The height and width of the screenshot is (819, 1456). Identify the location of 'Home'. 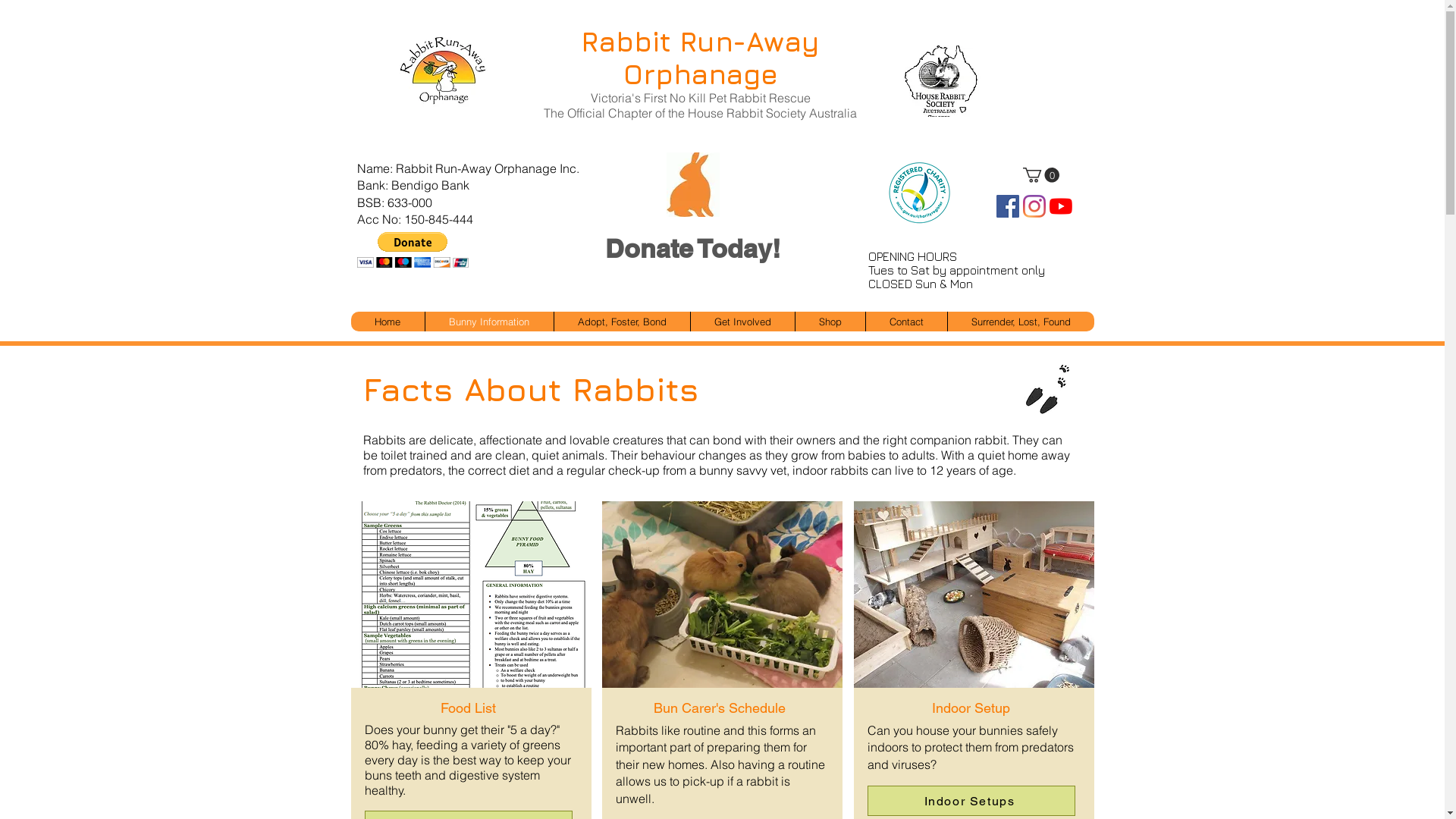
(387, 321).